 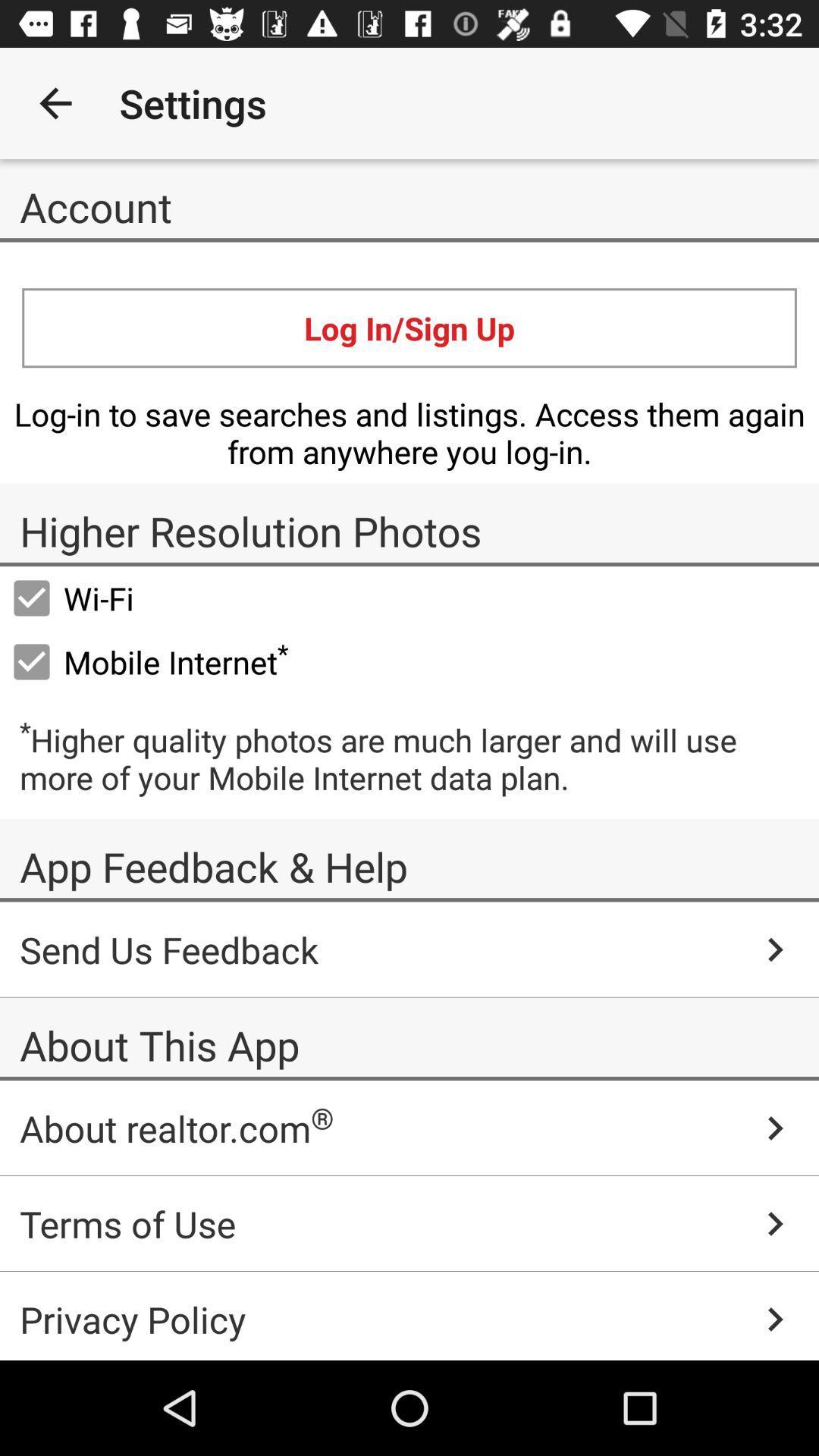 What do you see at coordinates (409, 949) in the screenshot?
I see `item above about this app icon` at bounding box center [409, 949].